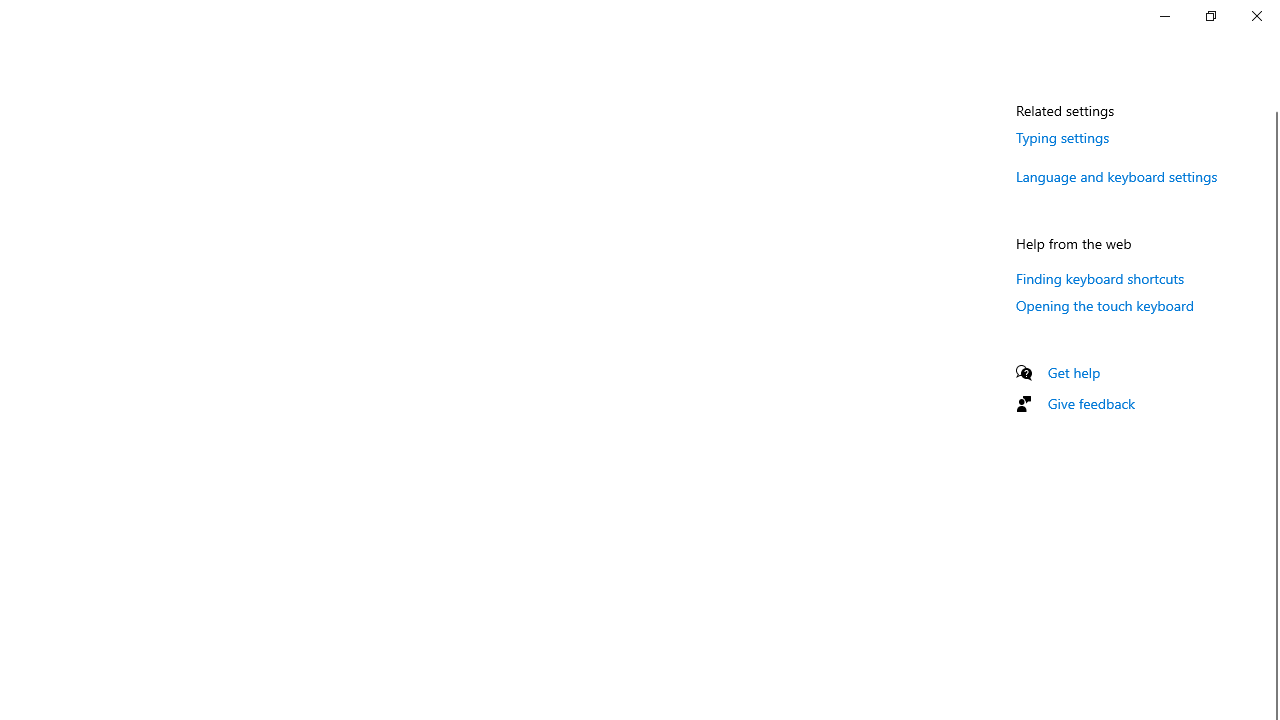 This screenshot has height=720, width=1280. What do you see at coordinates (1073, 372) in the screenshot?
I see `'Get help'` at bounding box center [1073, 372].